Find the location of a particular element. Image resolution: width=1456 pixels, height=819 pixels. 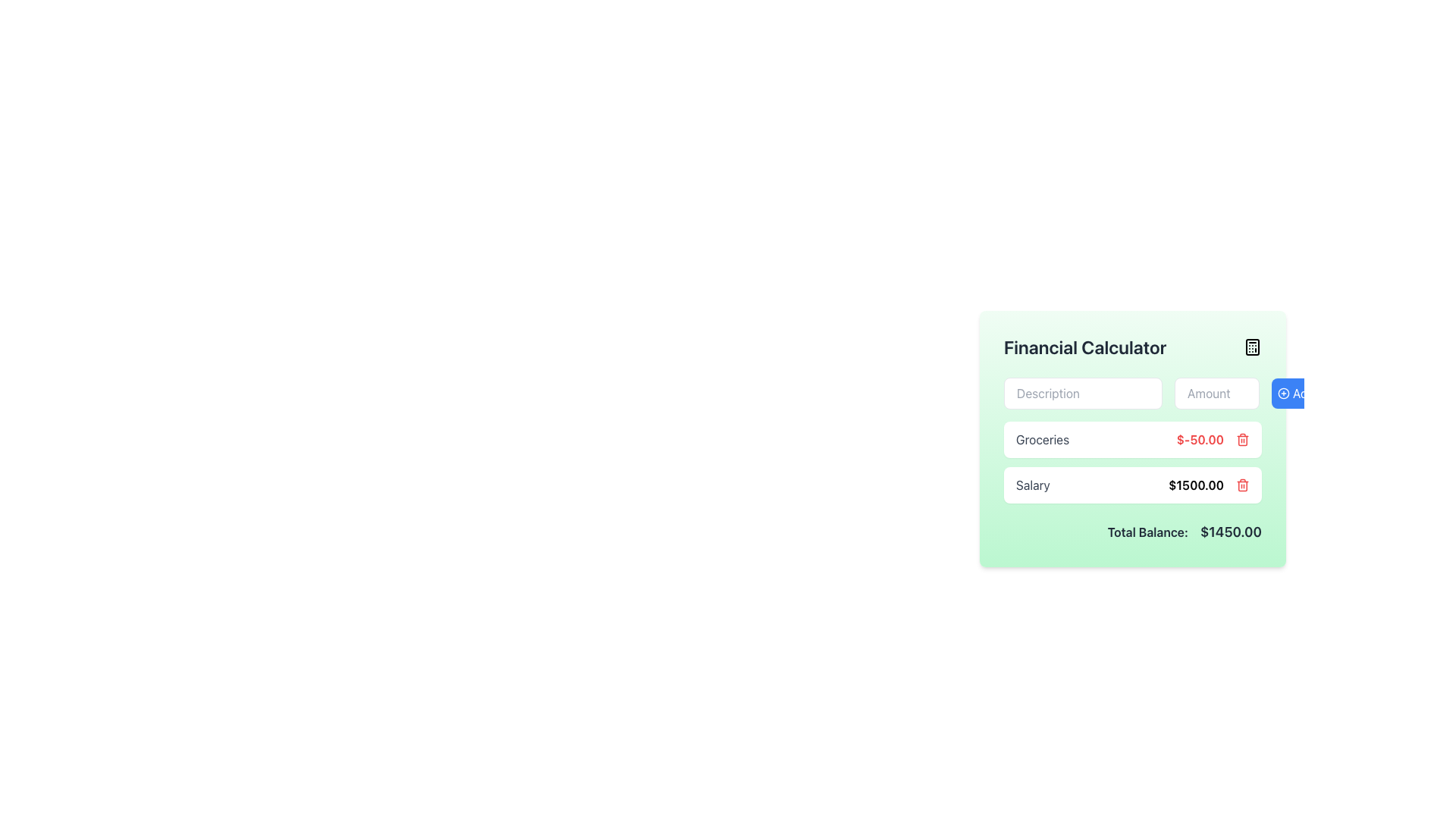

the red-colored, bolded text label displaying the monetary value '$-50.00' that is located to the right of the 'Groceries' label is located at coordinates (1212, 439).